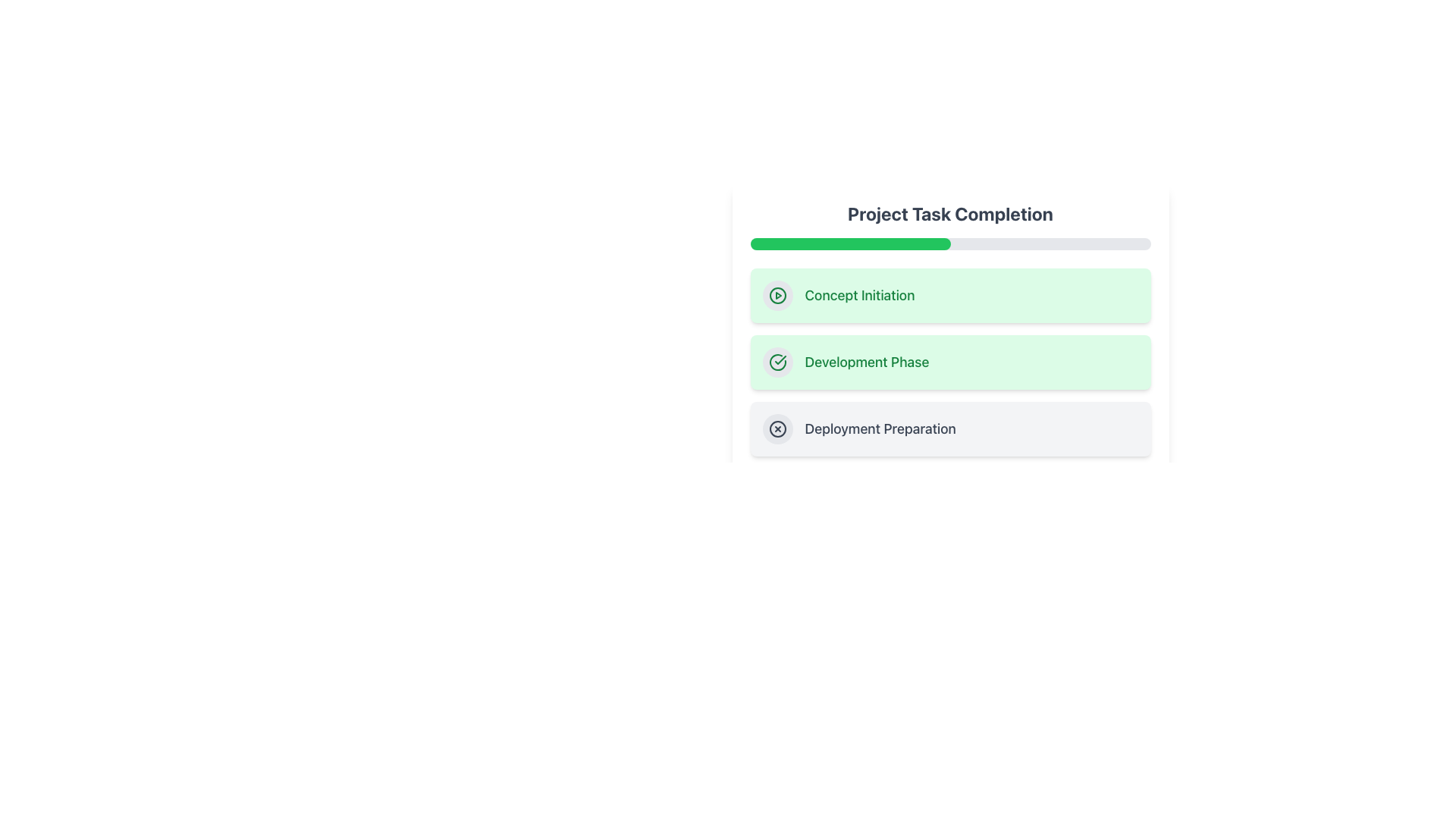  What do you see at coordinates (777, 295) in the screenshot?
I see `the icon button positioned to the left of the 'Concept Initiation' label within the first list entry of the task completion box` at bounding box center [777, 295].